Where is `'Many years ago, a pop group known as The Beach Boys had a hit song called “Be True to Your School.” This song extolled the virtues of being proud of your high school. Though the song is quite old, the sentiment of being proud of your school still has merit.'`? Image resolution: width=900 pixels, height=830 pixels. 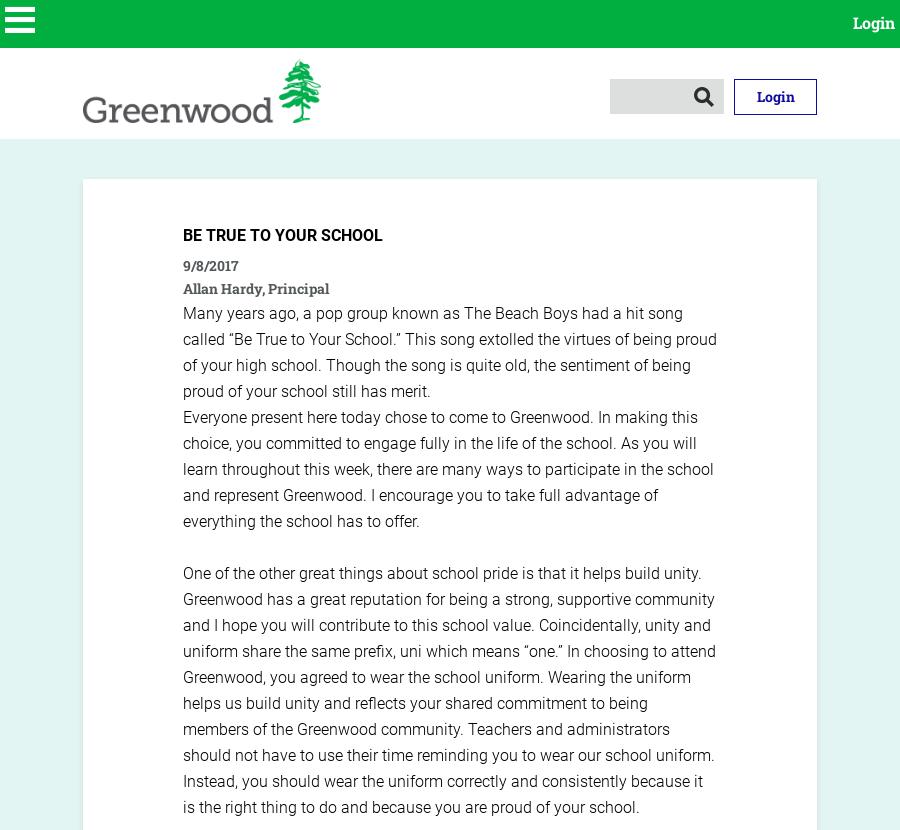
'Many years ago, a pop group known as The Beach Boys had a hit song called “Be True to Your School.” This song extolled the virtues of being proud of your high school. Though the song is quite old, the sentiment of being proud of your school still has merit.' is located at coordinates (450, 351).